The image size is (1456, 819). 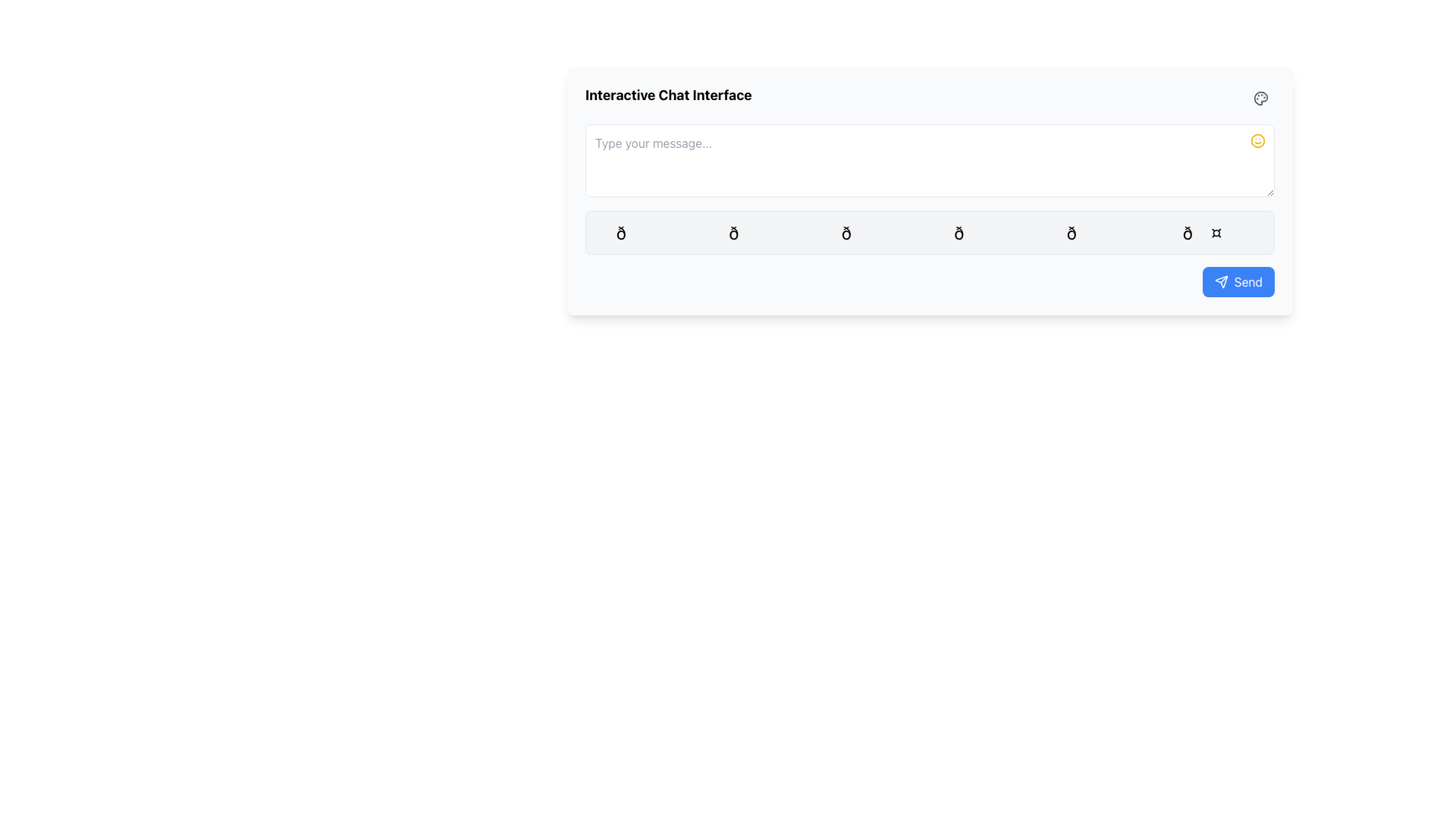 I want to click on the sixth emoji-like button located in a light gray box below the text input field, so click(x=1210, y=233).